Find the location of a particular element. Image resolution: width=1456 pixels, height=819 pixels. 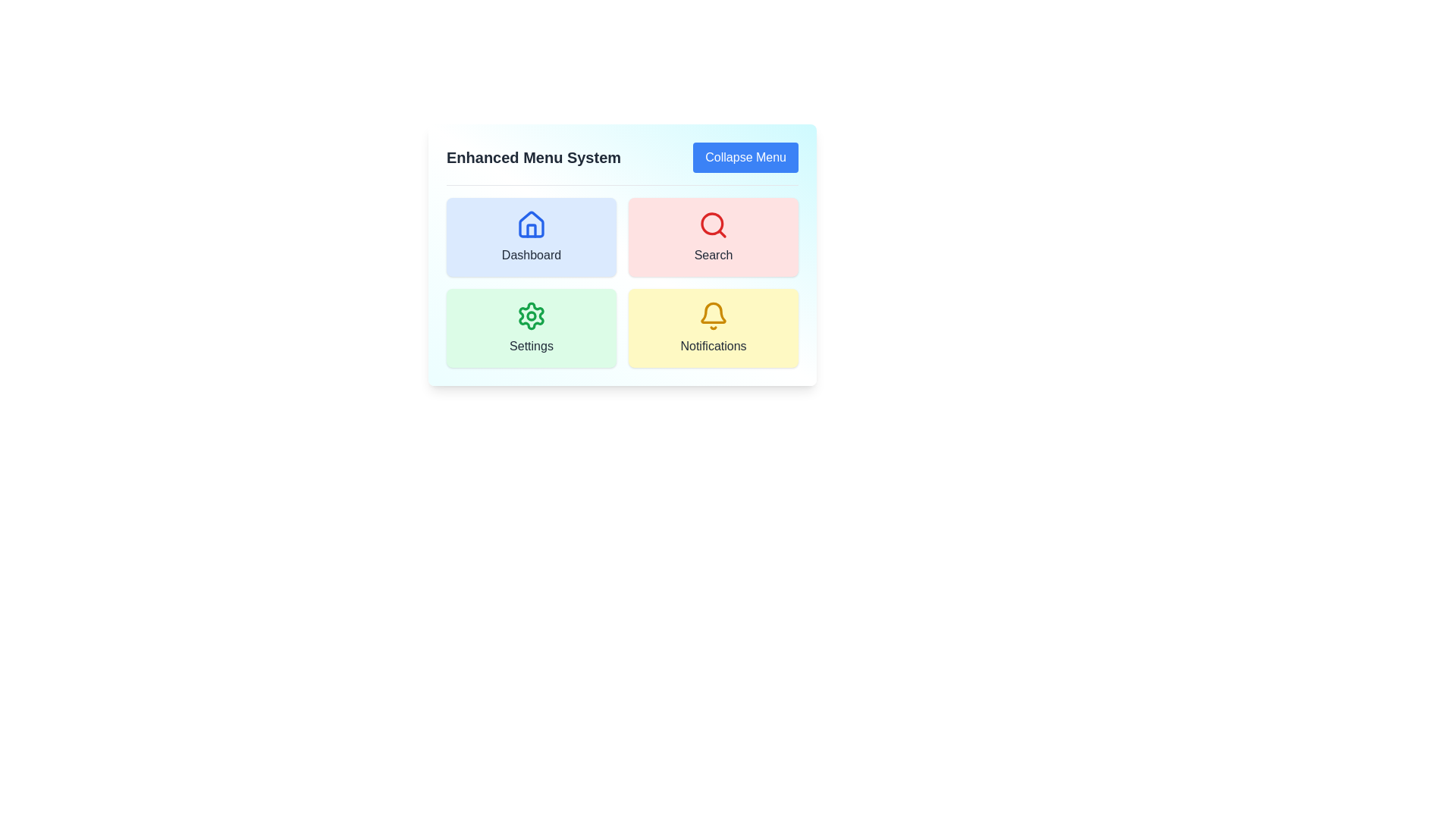

the gear icon inside the green rectangular button labeled 'Settings' located in the lower-left quadrant of the interface is located at coordinates (531, 315).